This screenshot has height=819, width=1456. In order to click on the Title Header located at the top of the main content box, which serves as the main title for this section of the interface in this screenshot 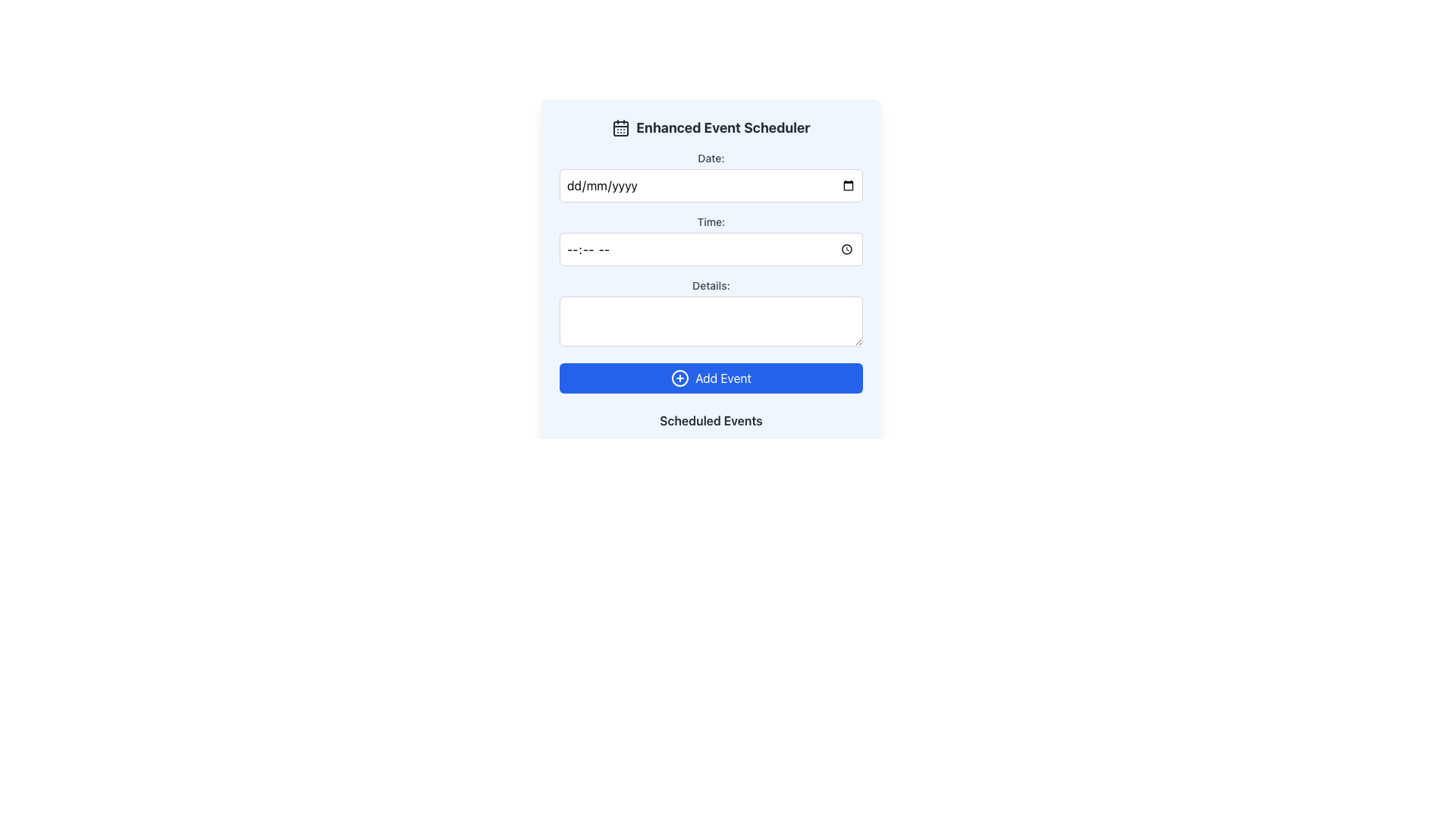, I will do `click(710, 127)`.